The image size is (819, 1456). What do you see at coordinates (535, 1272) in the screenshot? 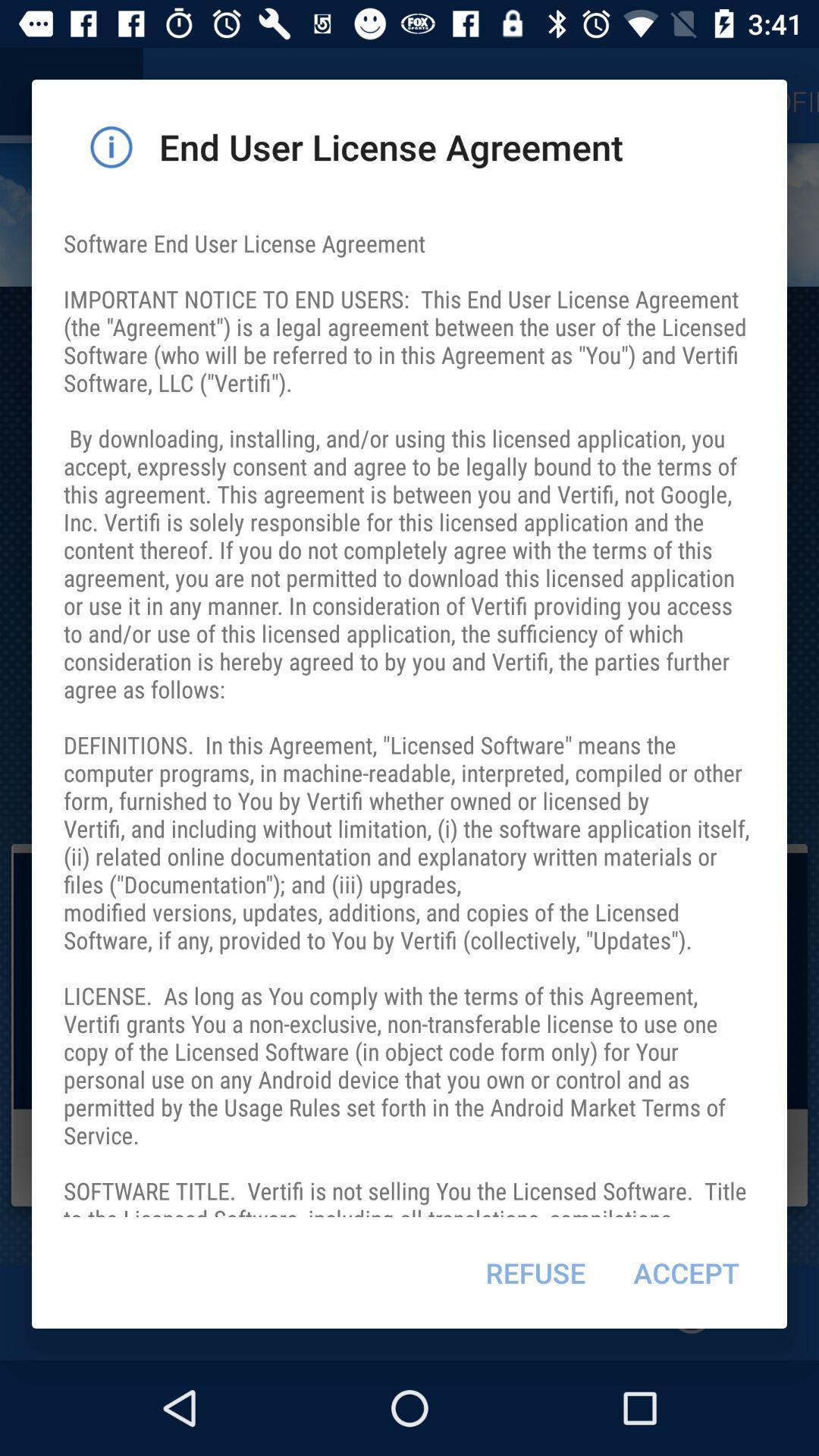
I see `item at the bottom` at bounding box center [535, 1272].